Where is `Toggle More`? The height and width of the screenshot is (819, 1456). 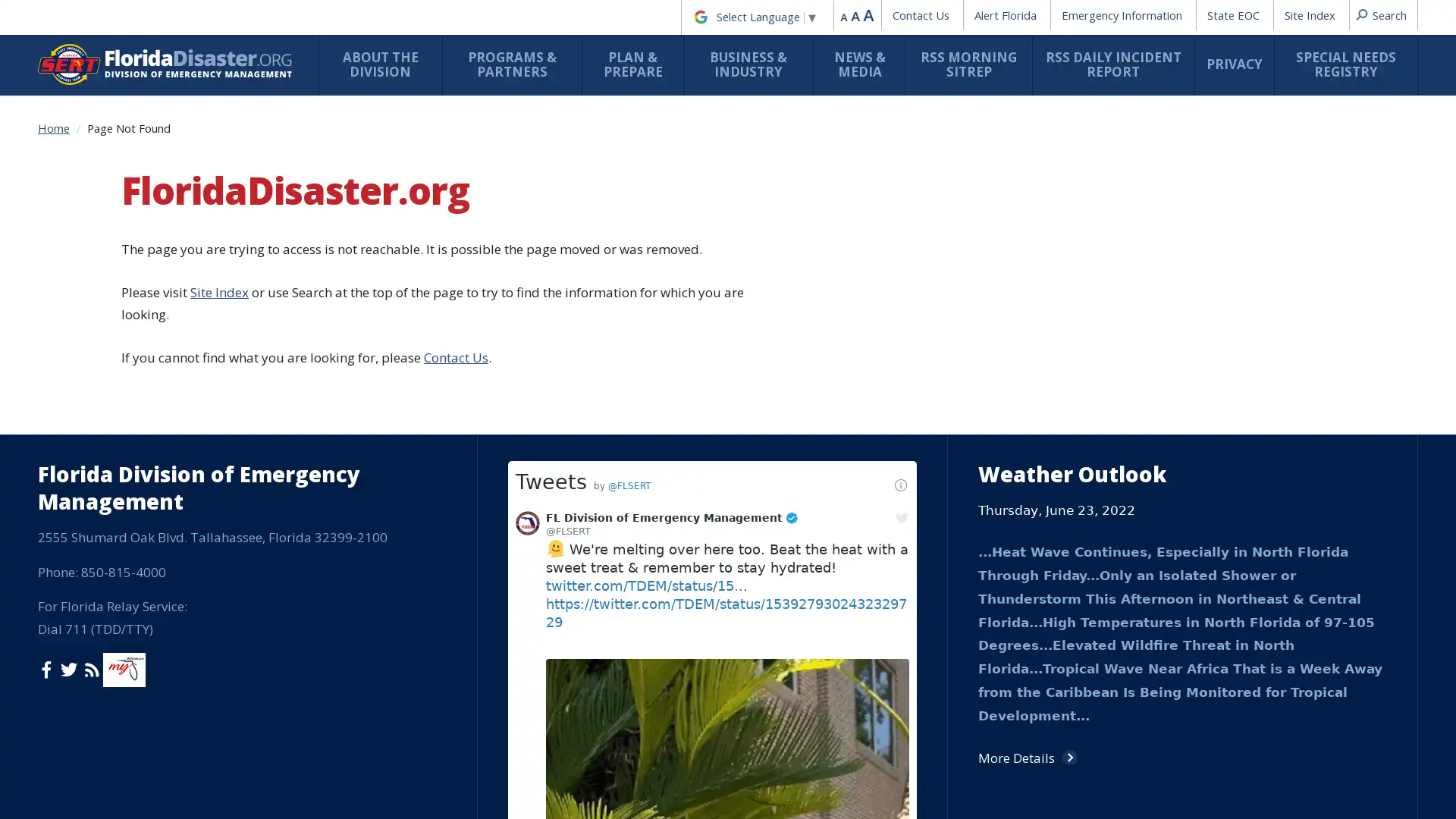
Toggle More is located at coordinates (607, 425).